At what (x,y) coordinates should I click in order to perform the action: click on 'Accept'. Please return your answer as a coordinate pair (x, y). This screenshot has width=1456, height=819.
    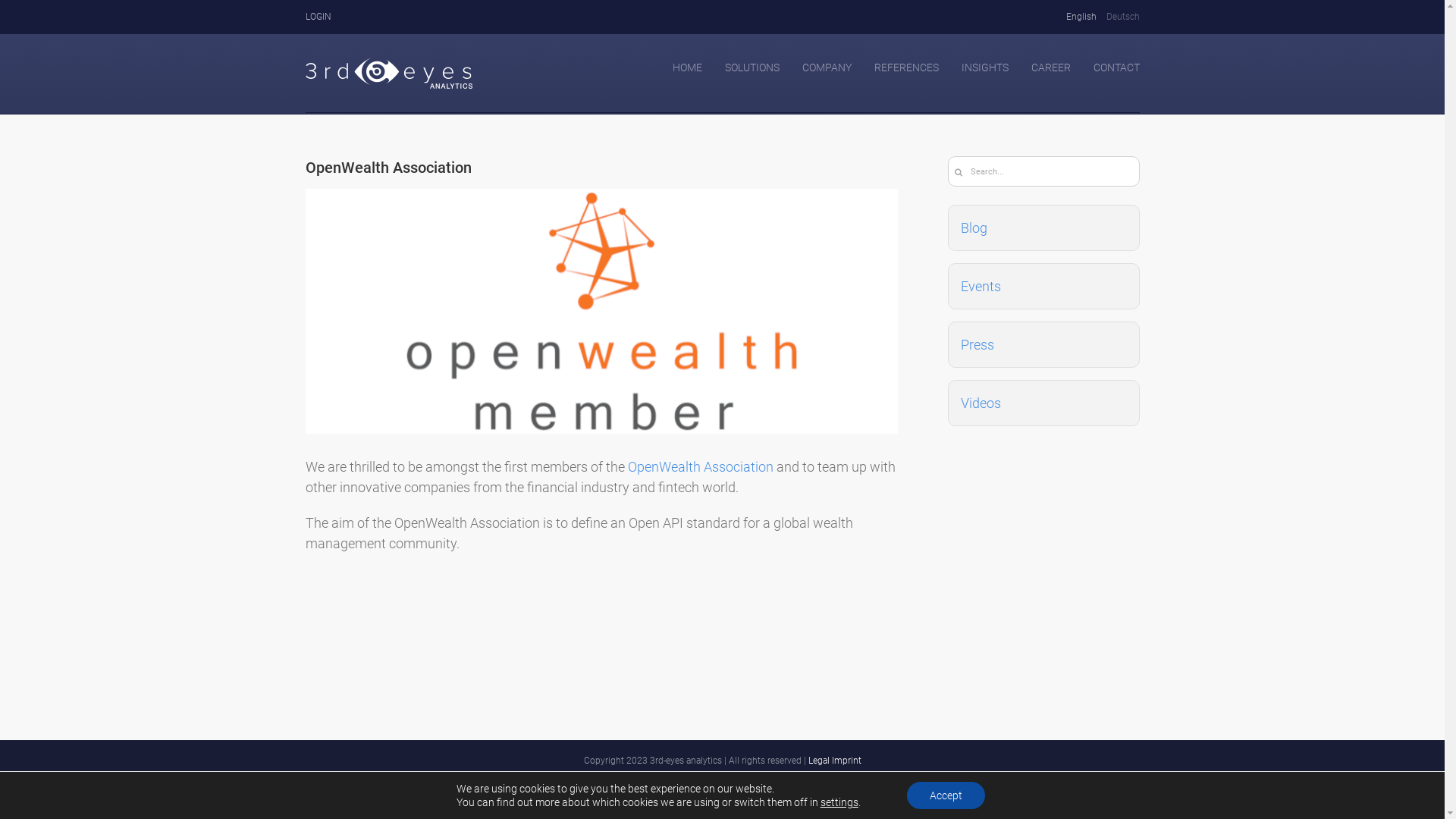
    Looking at the image, I should click on (945, 795).